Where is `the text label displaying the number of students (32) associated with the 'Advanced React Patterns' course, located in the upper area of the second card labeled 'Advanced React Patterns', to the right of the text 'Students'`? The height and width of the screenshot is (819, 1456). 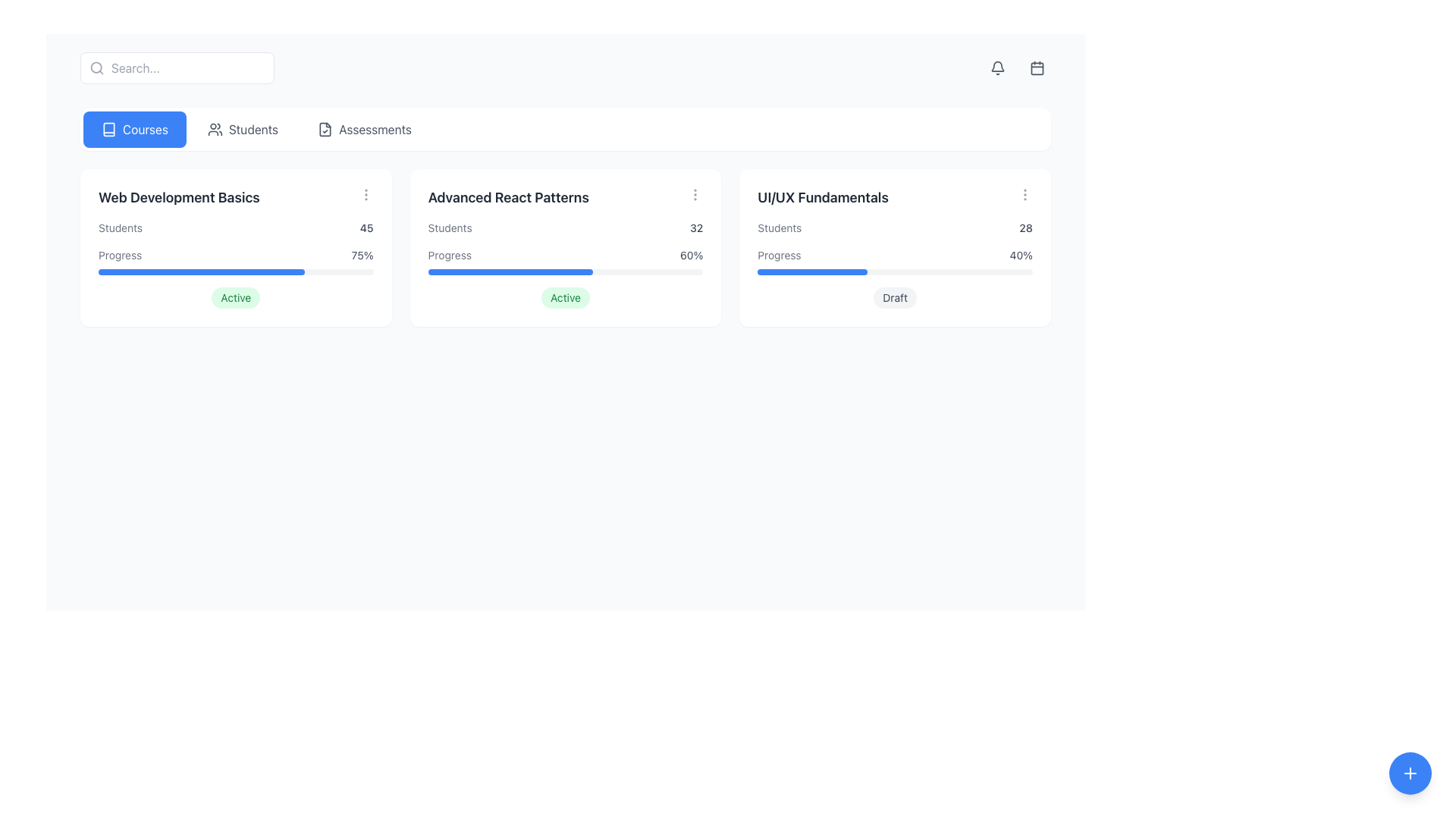 the text label displaying the number of students (32) associated with the 'Advanced React Patterns' course, located in the upper area of the second card labeled 'Advanced React Patterns', to the right of the text 'Students' is located at coordinates (695, 227).